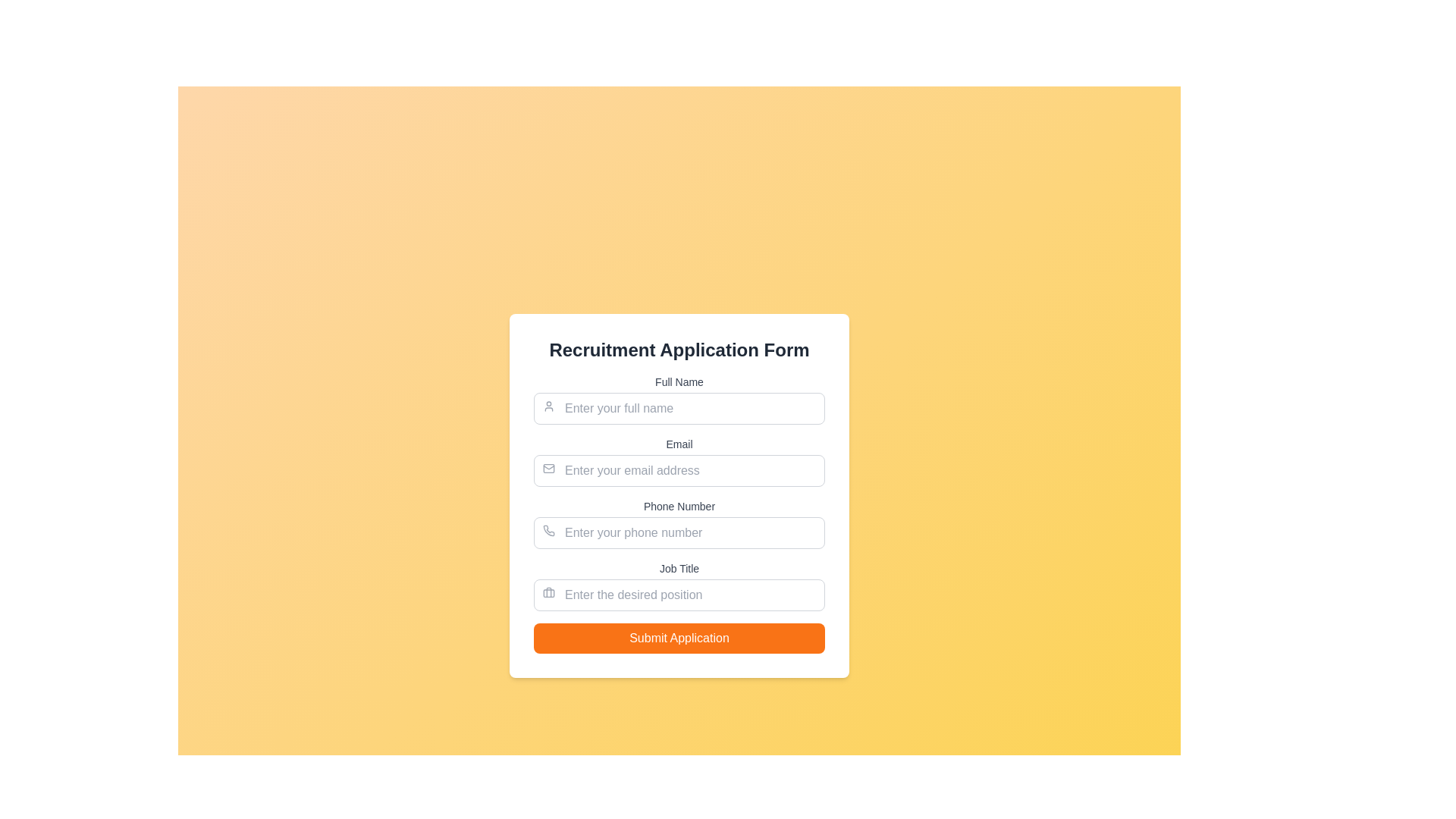 The height and width of the screenshot is (819, 1456). I want to click on on the text input field for phone number located in the third section of the form, so click(679, 532).